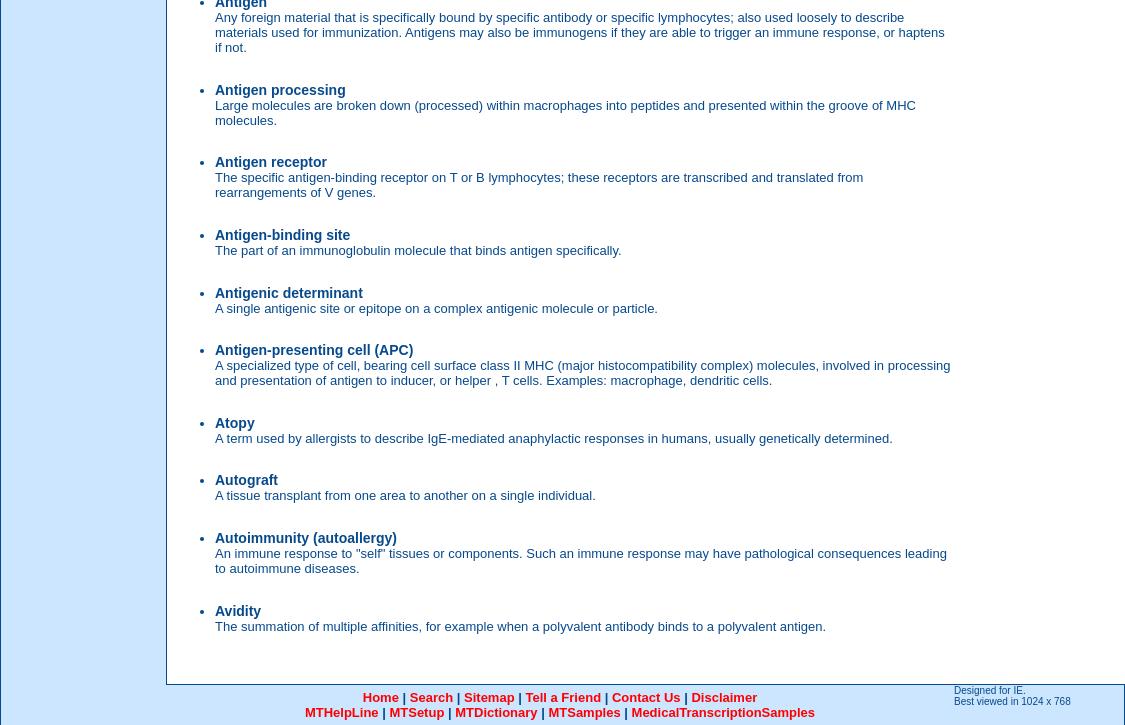  What do you see at coordinates (245, 479) in the screenshot?
I see `'Autograft'` at bounding box center [245, 479].